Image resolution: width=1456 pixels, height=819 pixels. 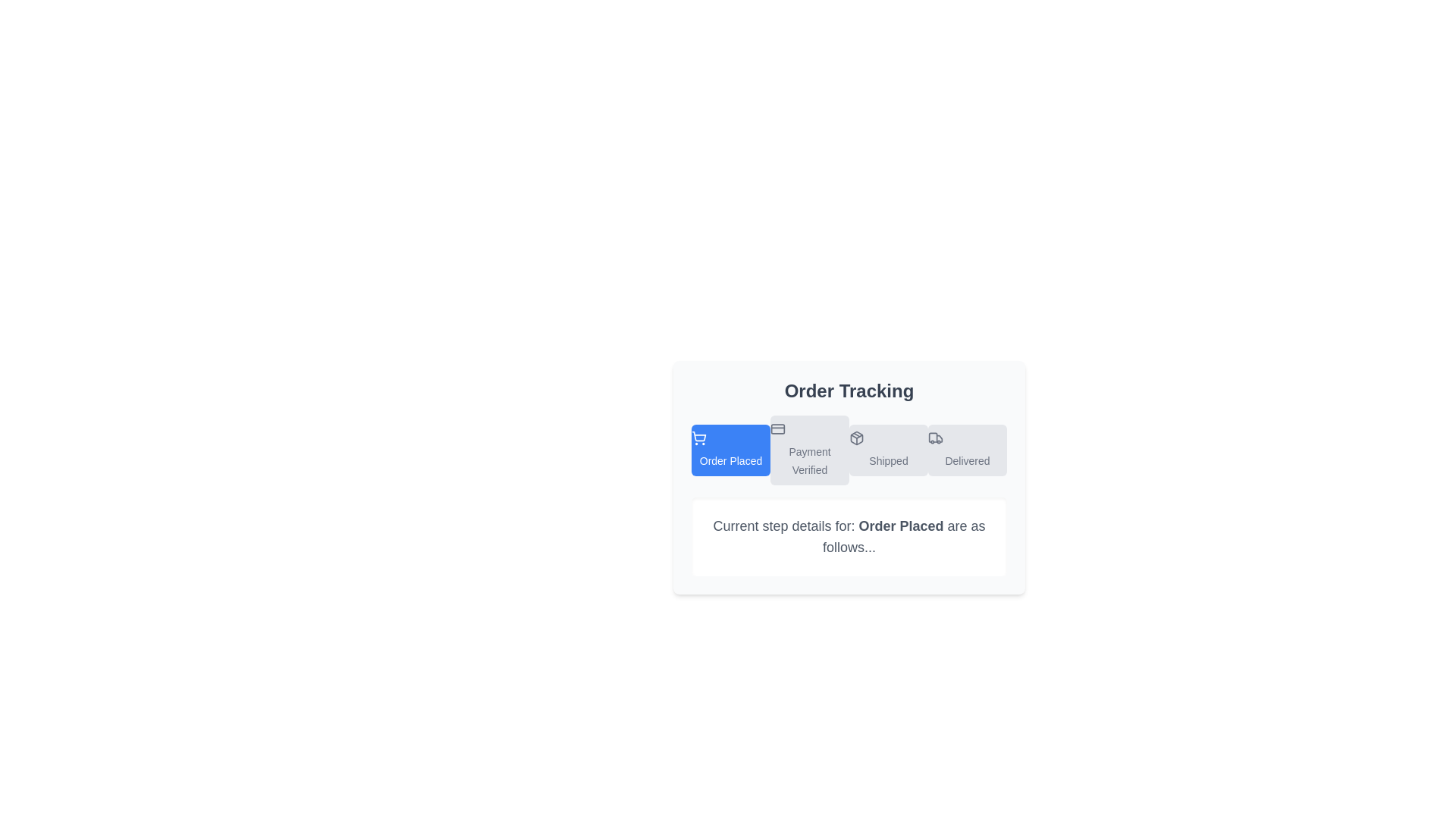 What do you see at coordinates (731, 460) in the screenshot?
I see `the 'Order Placed' text label, which is part of a progress tracker button with a blue background located on the far left of the navigation bar` at bounding box center [731, 460].